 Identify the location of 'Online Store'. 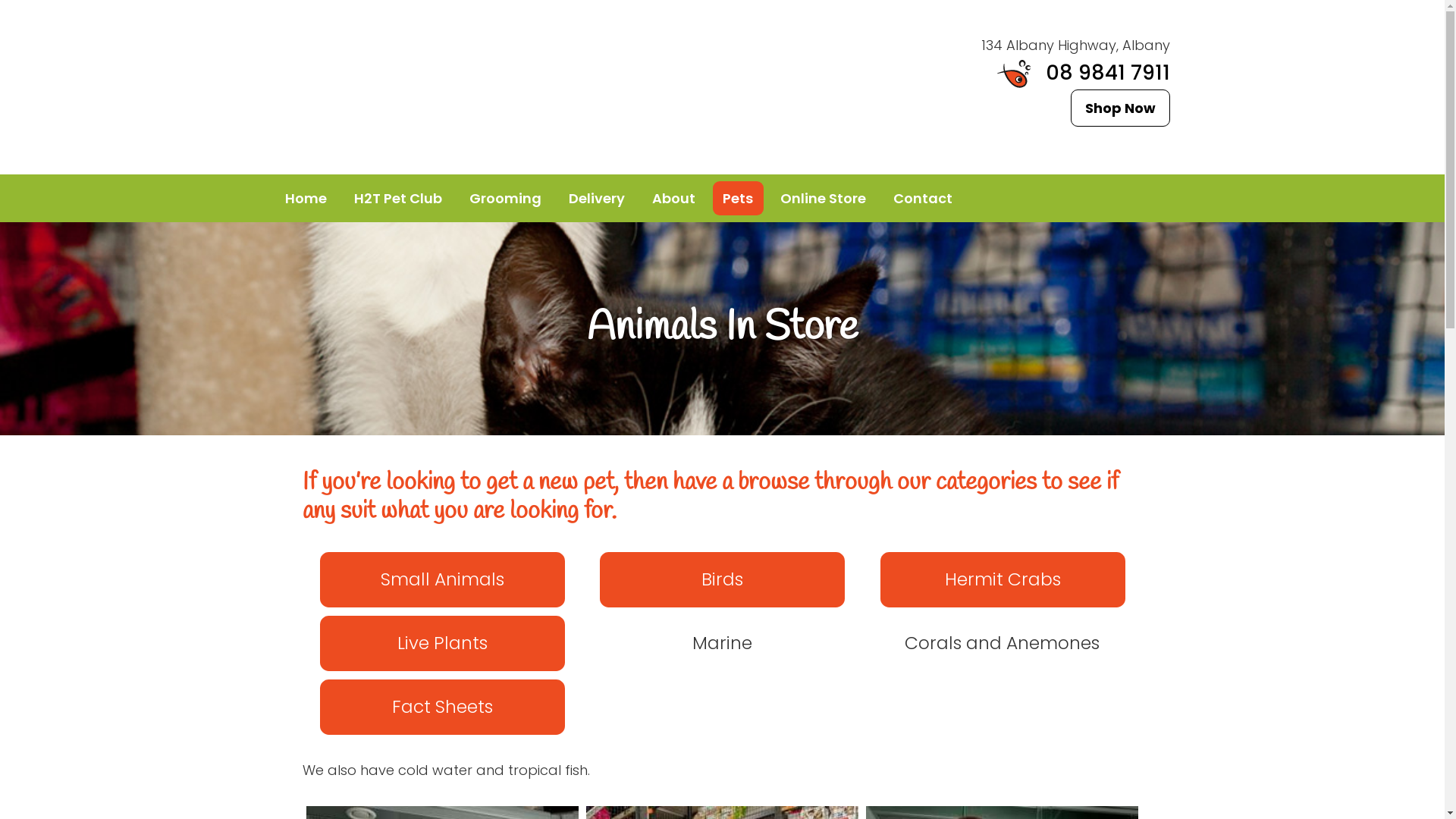
(822, 197).